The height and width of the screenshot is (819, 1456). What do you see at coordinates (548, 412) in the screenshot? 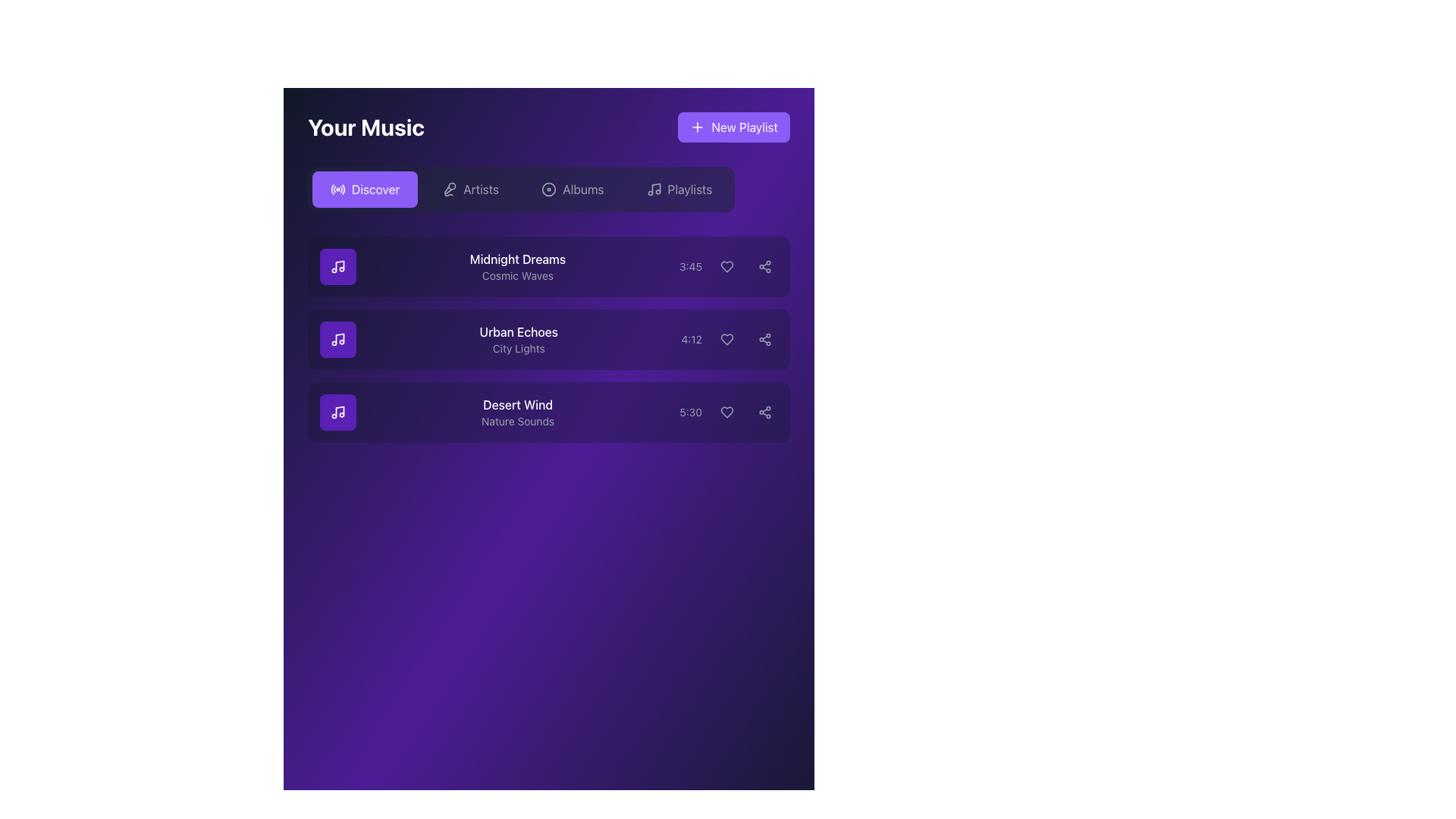
I see `the text block that provides the title and description of a song in the third track card of the music list` at bounding box center [548, 412].